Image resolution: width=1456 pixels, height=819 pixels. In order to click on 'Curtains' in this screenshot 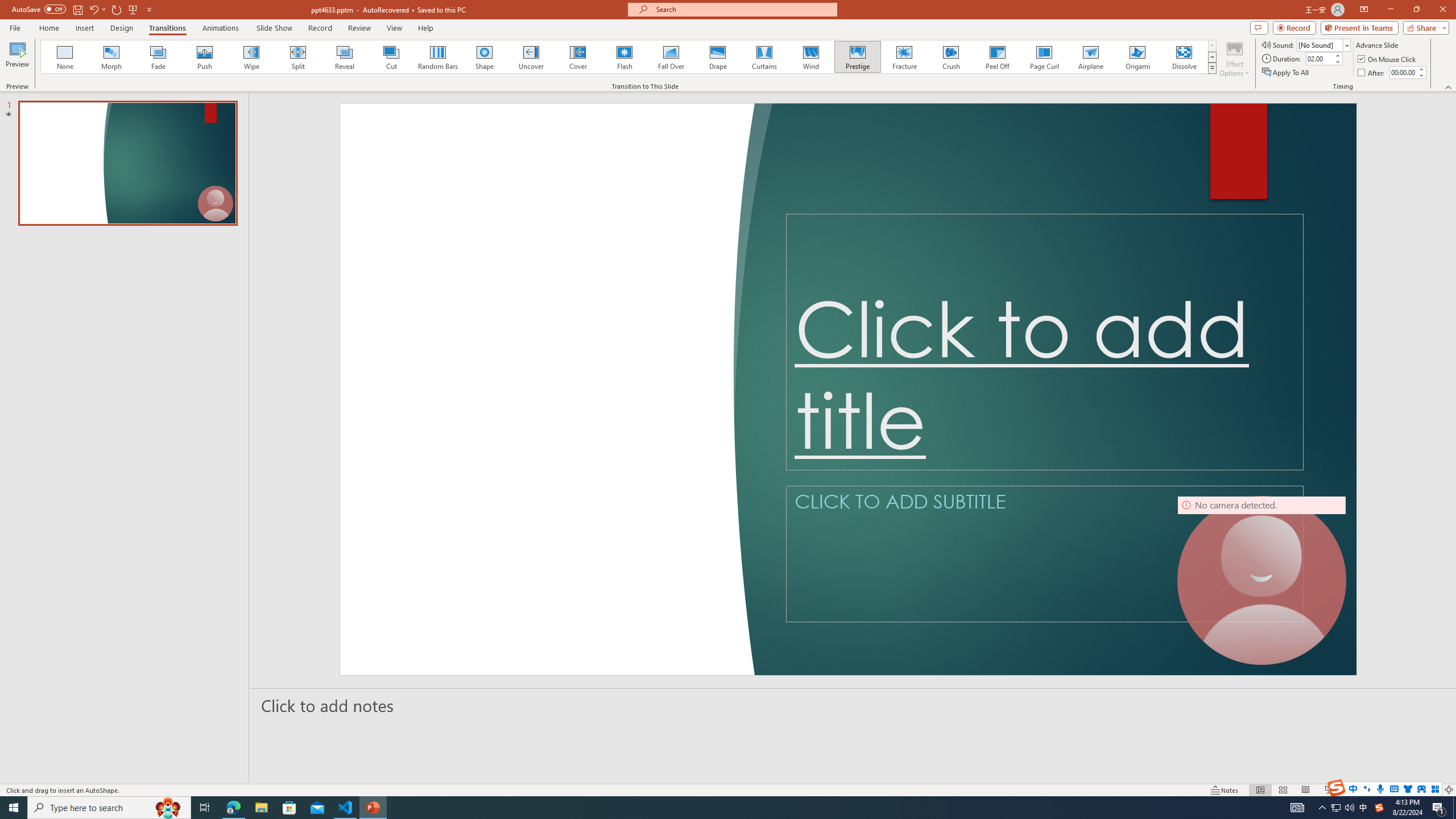, I will do `click(764, 56)`.